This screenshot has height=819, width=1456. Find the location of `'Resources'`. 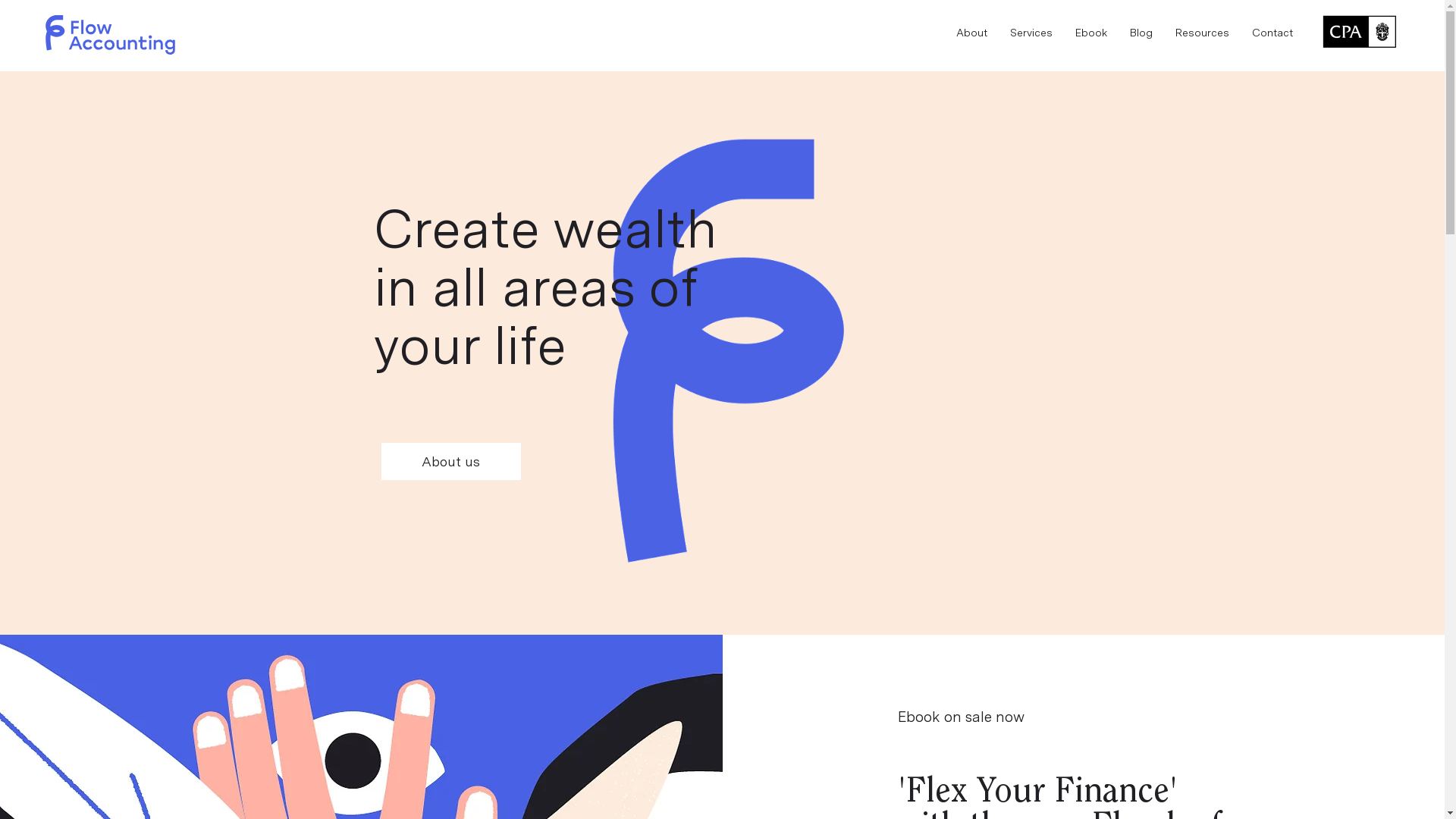

'Resources' is located at coordinates (1163, 33).